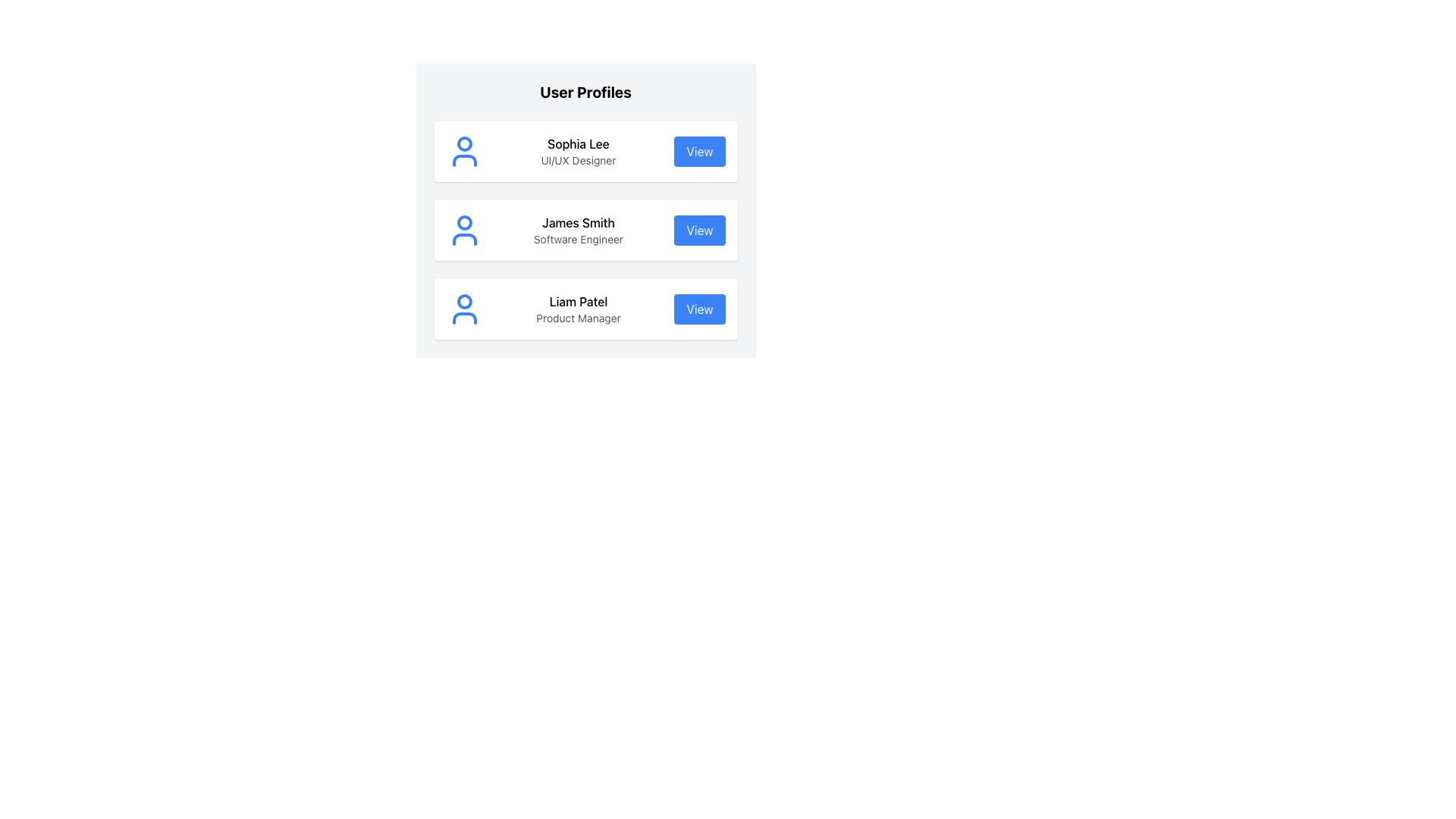 The width and height of the screenshot is (1456, 819). What do you see at coordinates (463, 309) in the screenshot?
I see `the blue user avatar icon located at the top-left corner of the user profile card containing the text 'Liam Patel' and 'Product Manager'` at bounding box center [463, 309].